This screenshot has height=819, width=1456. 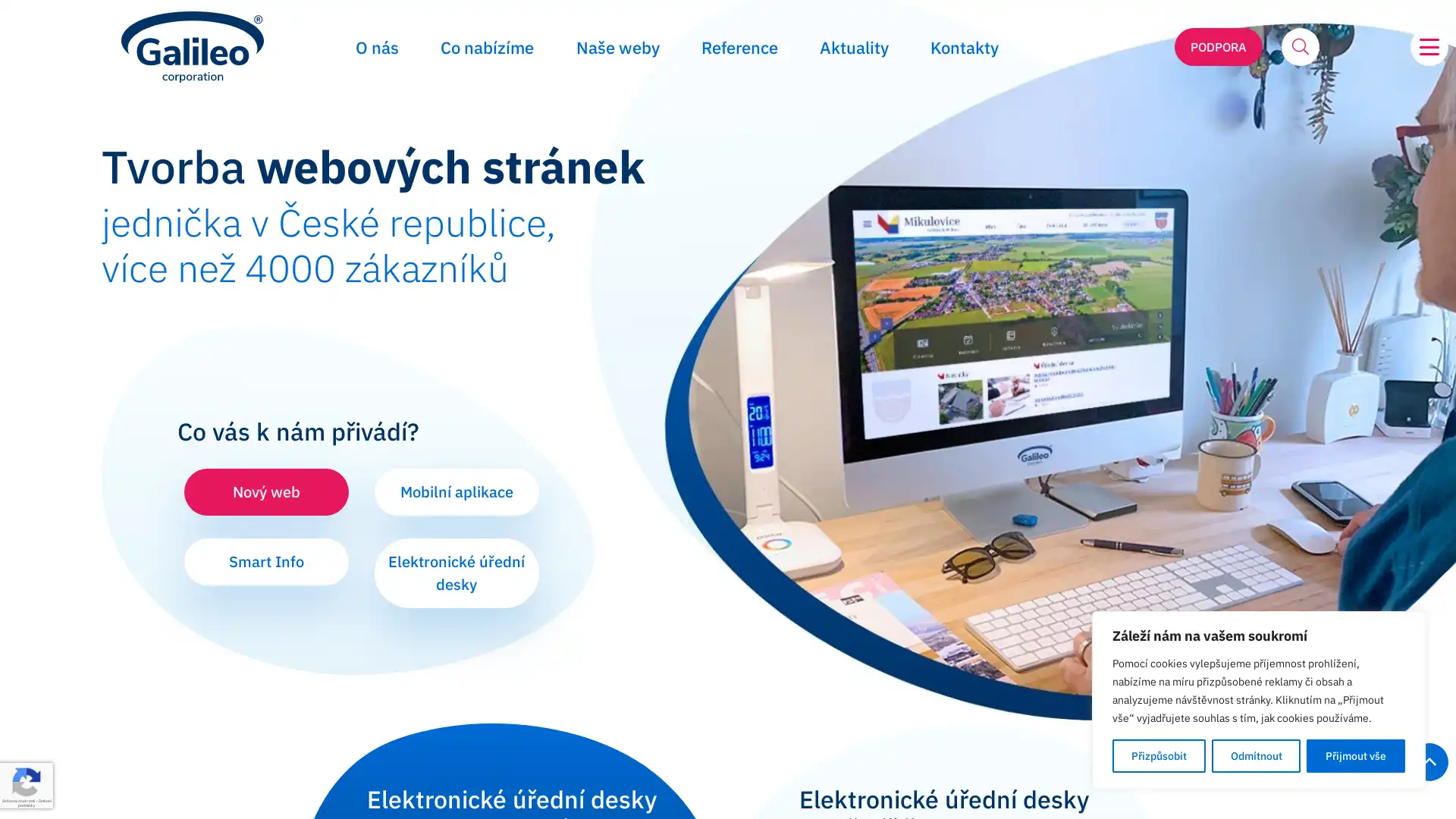 I want to click on Prijmout vse, so click(x=1355, y=755).